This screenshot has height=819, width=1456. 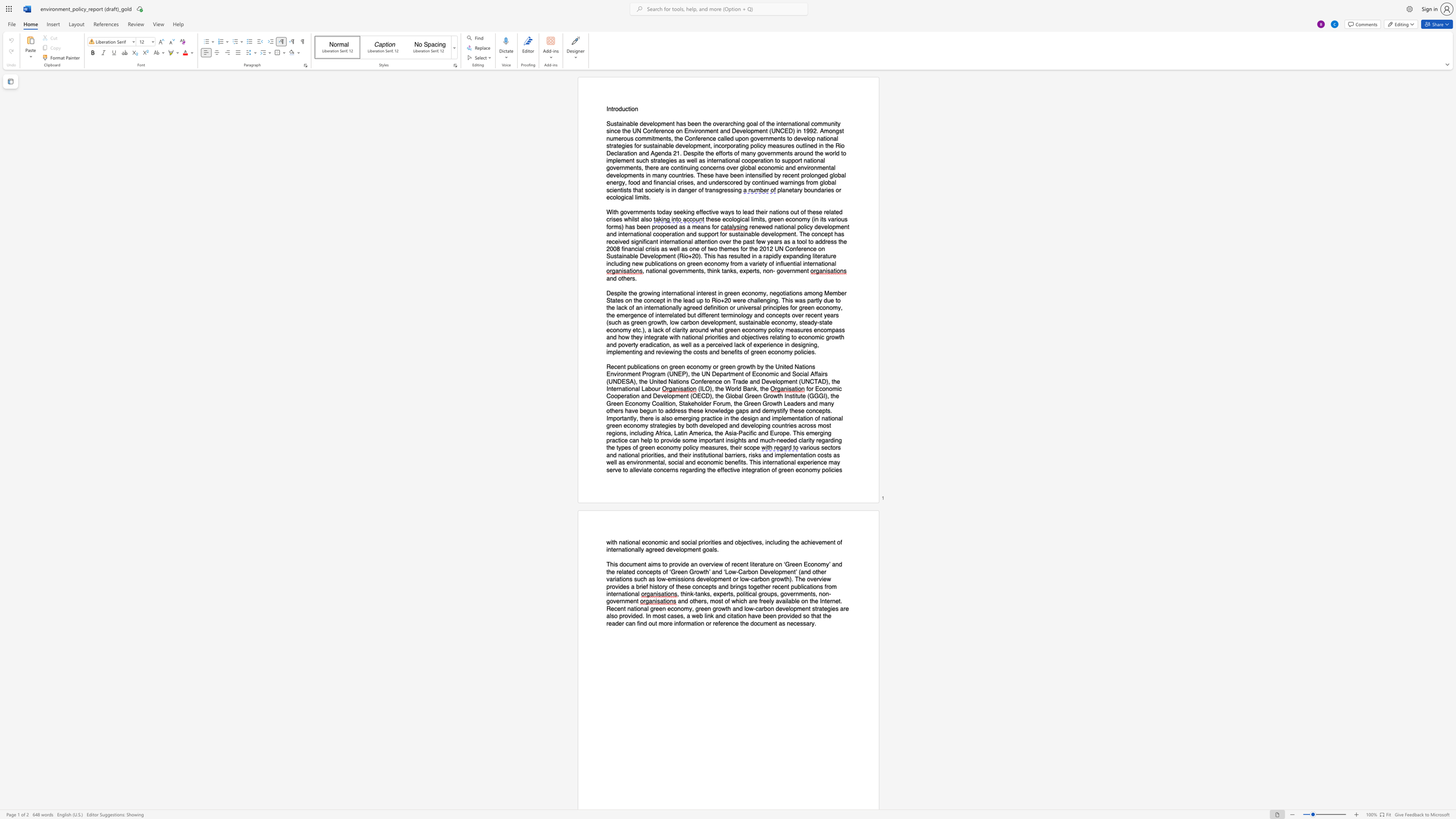 What do you see at coordinates (765, 542) in the screenshot?
I see `the subset text "including the achievement of internationally a" within the text ", including the achievement of internationally agreed development goals."` at bounding box center [765, 542].